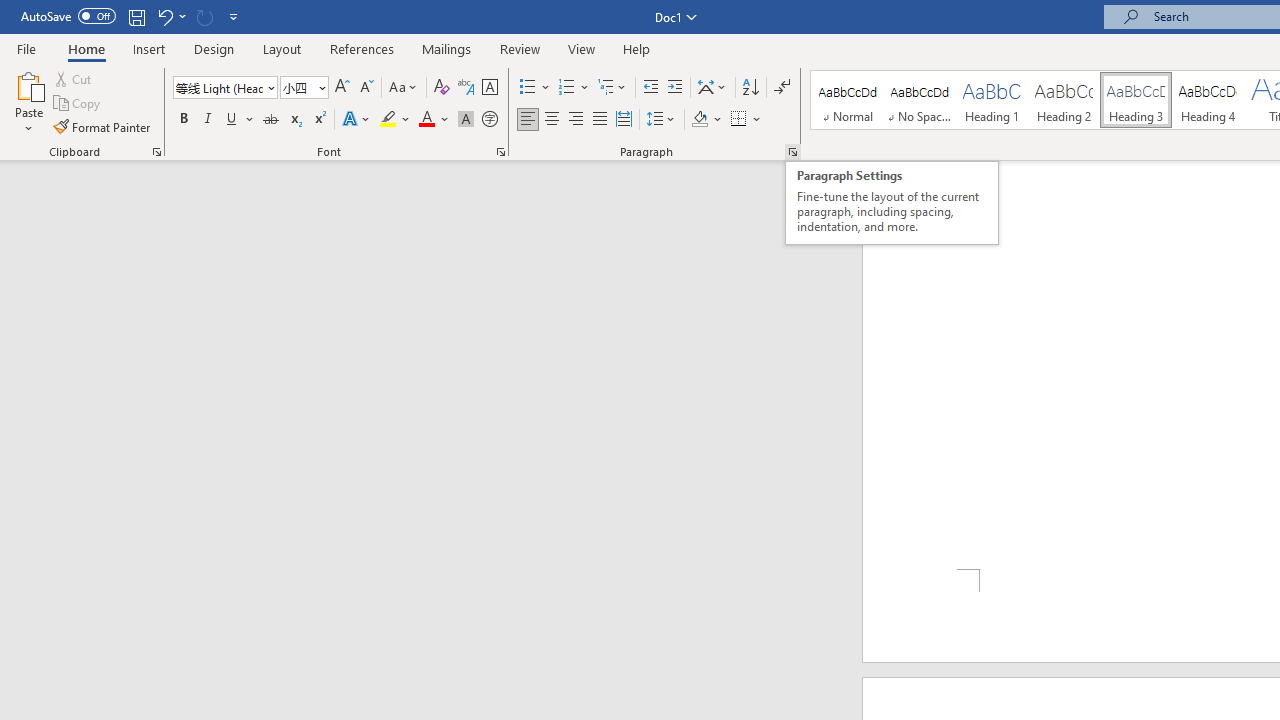 The width and height of the screenshot is (1280, 720). What do you see at coordinates (699, 119) in the screenshot?
I see `'Shading RGB(0, 0, 0)'` at bounding box center [699, 119].